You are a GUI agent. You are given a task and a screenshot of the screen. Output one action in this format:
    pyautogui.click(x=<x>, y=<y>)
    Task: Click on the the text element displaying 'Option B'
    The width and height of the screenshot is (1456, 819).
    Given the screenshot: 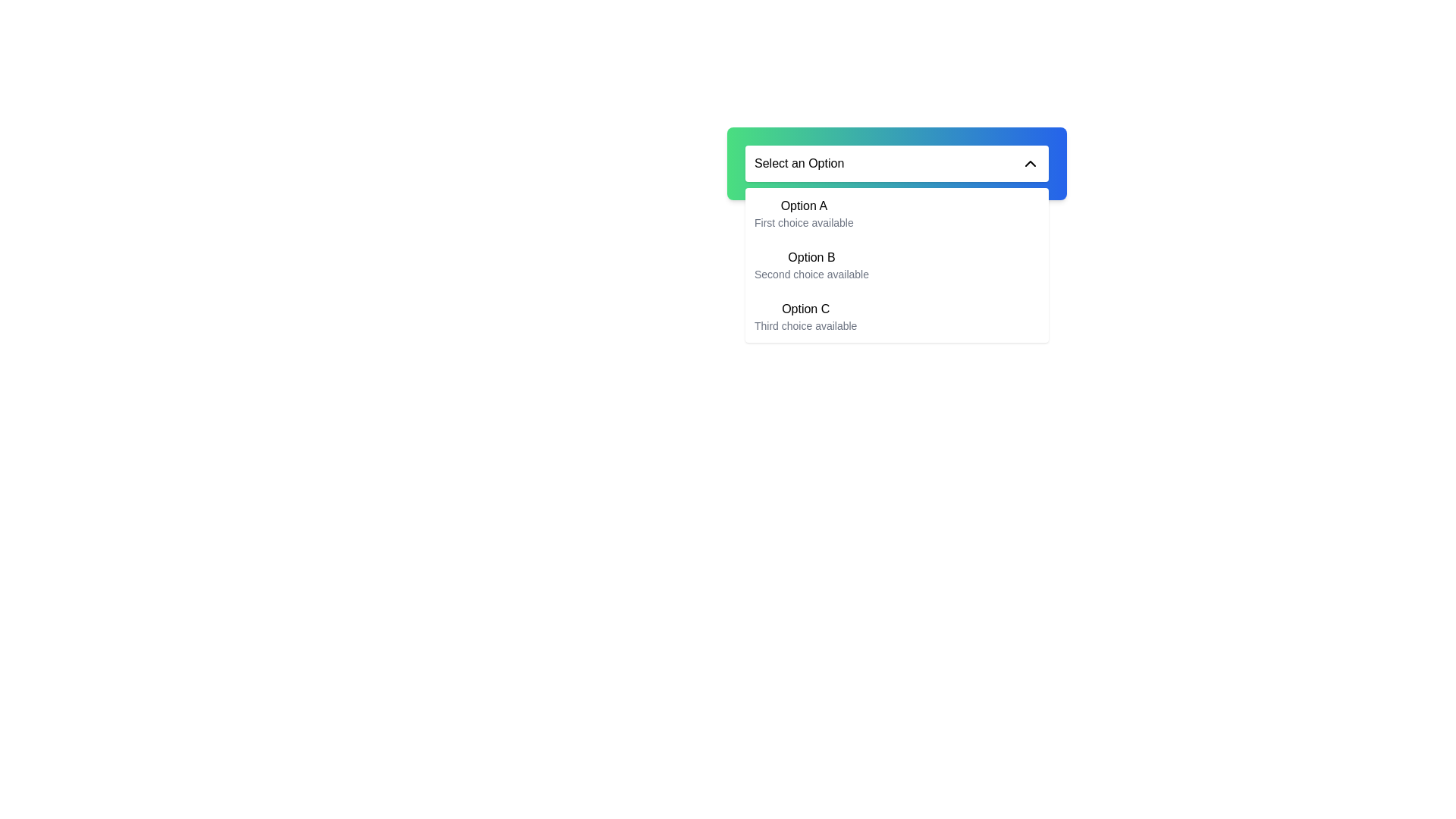 What is the action you would take?
    pyautogui.click(x=811, y=256)
    